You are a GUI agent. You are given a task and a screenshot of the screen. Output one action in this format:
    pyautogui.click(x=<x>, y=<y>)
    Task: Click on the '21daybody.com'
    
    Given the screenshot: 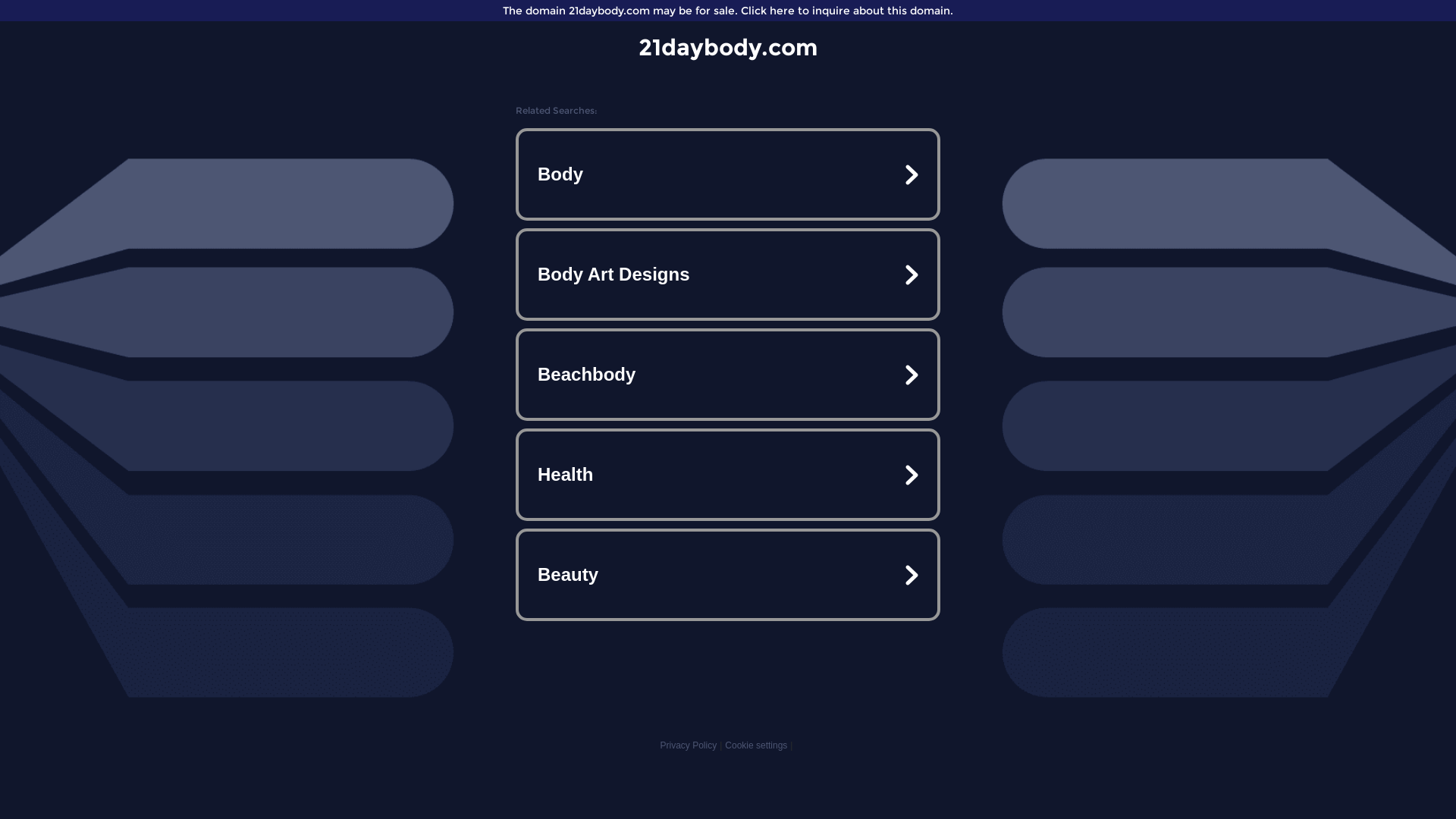 What is the action you would take?
    pyautogui.click(x=638, y=46)
    